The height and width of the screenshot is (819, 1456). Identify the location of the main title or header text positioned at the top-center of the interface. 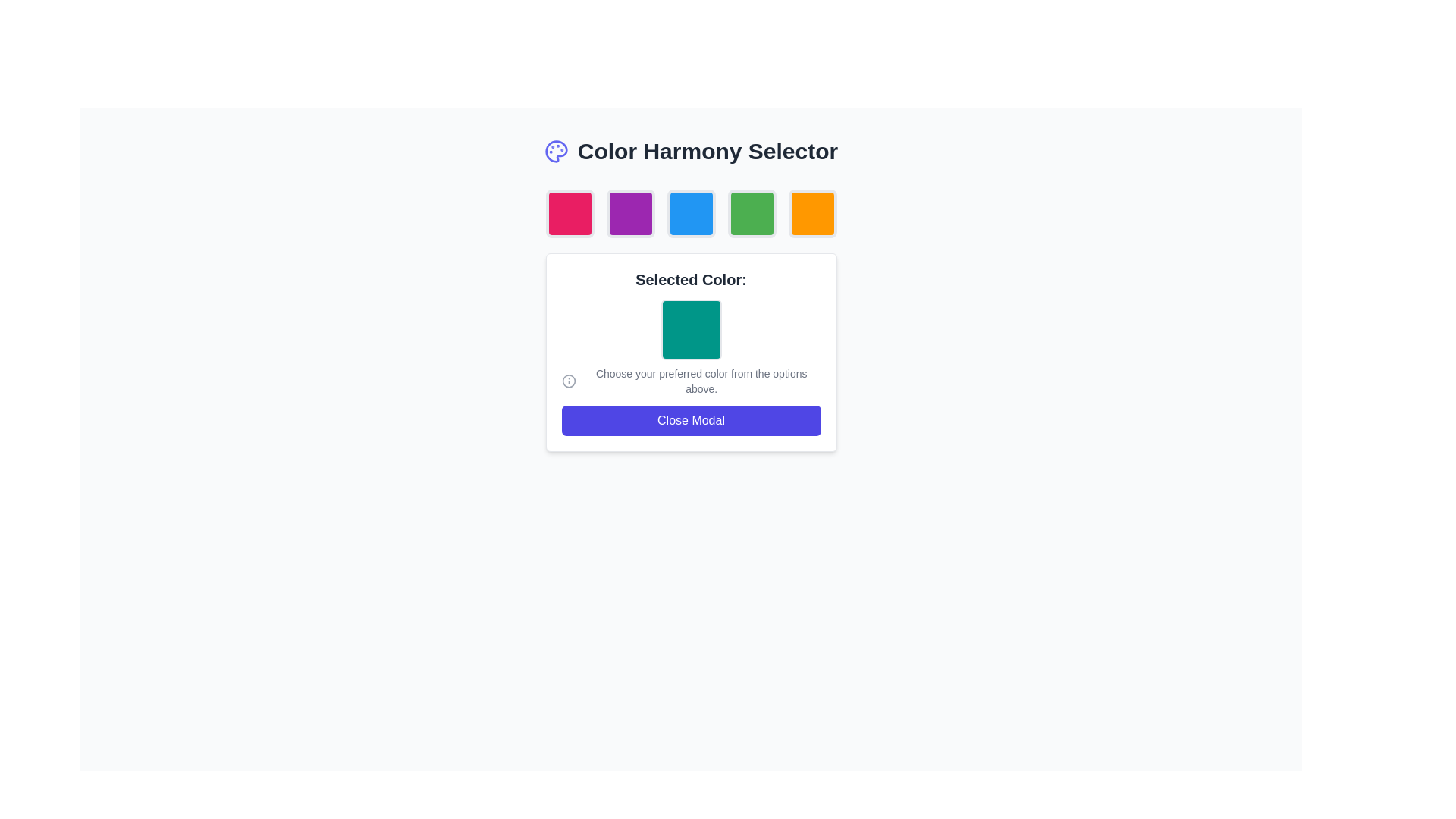
(707, 152).